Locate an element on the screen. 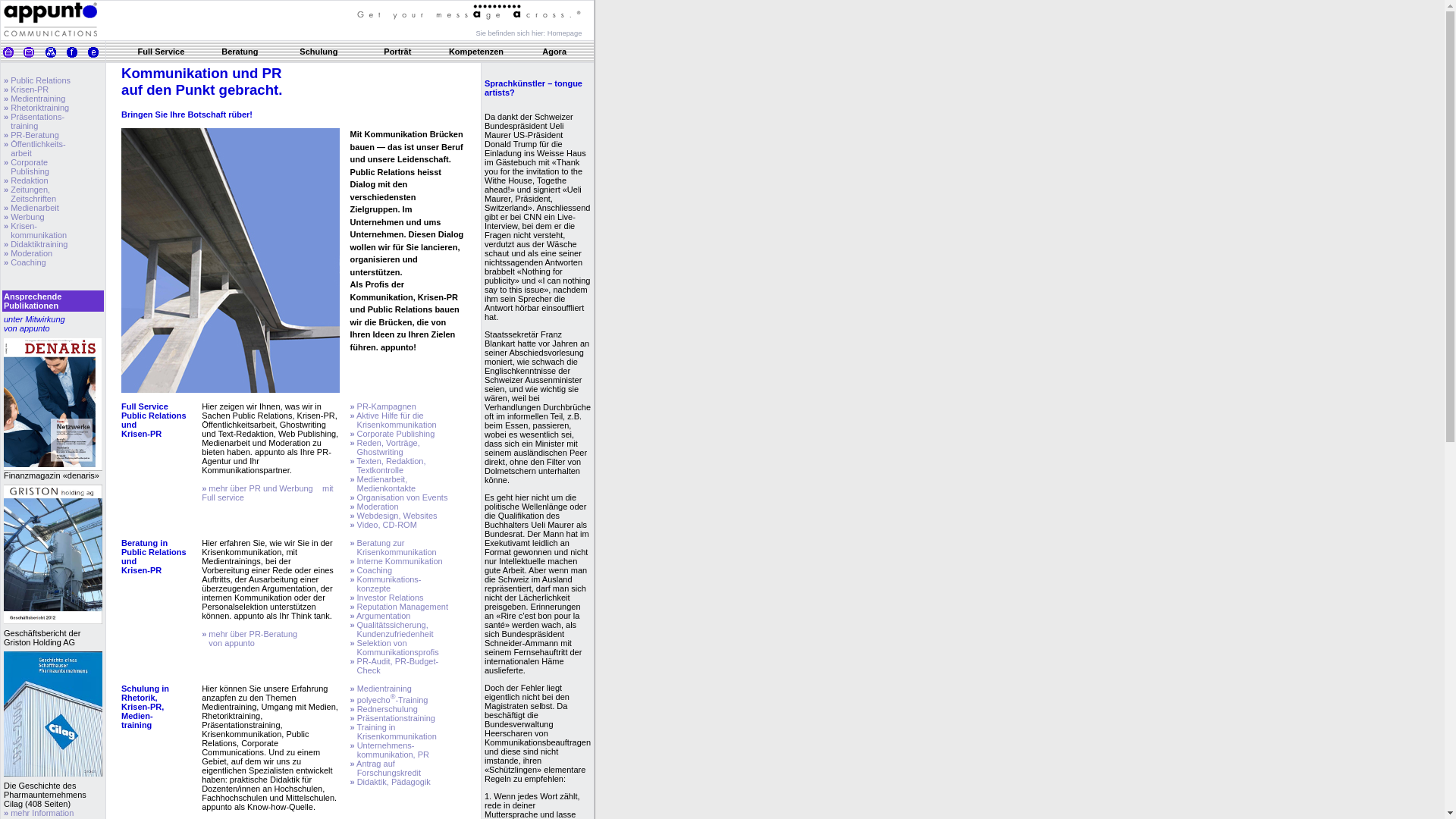 The width and height of the screenshot is (1456, 819). 'Schulung' is located at coordinates (299, 51).